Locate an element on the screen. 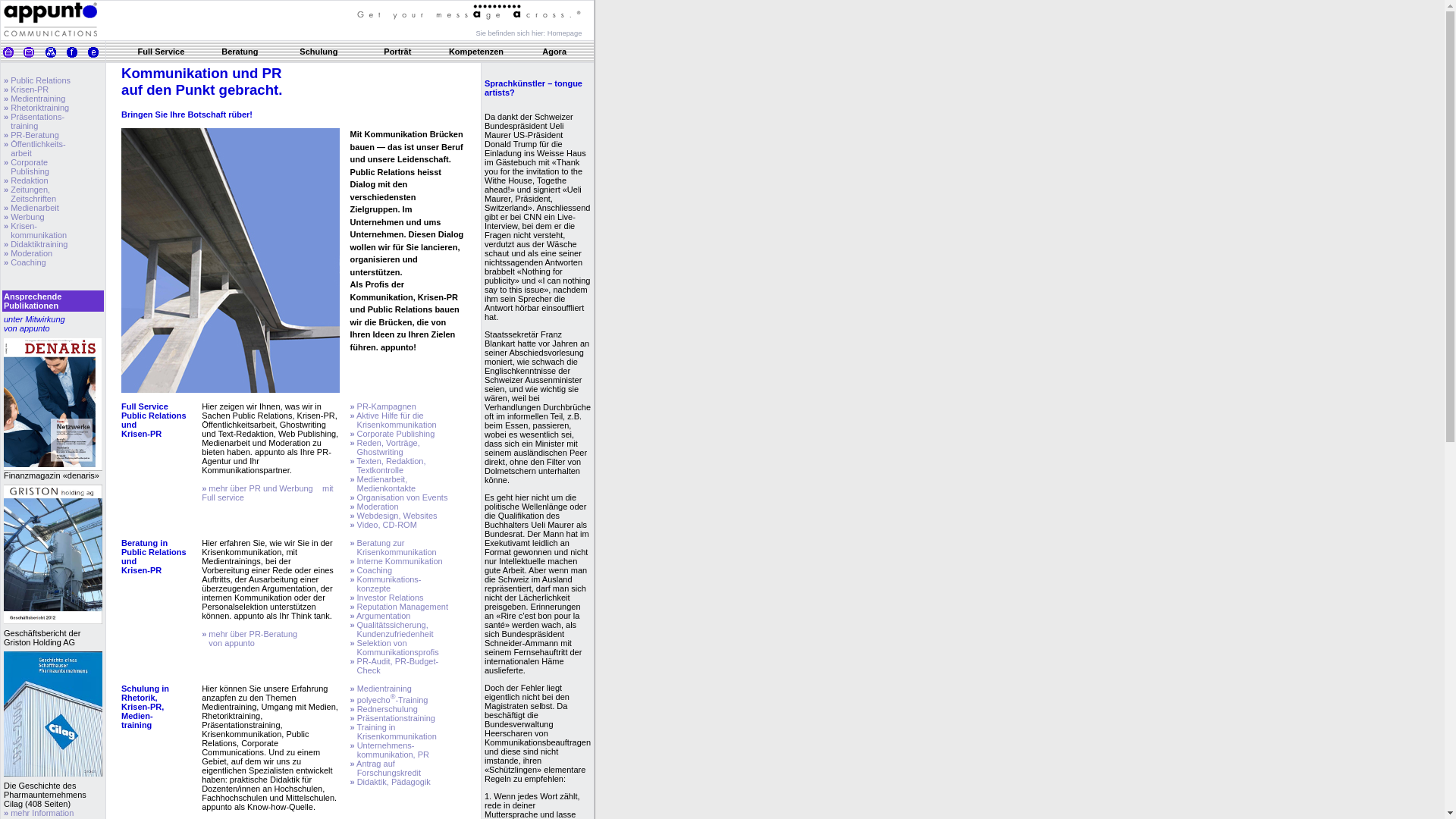 The width and height of the screenshot is (1456, 819). 'Schulung' is located at coordinates (299, 51).